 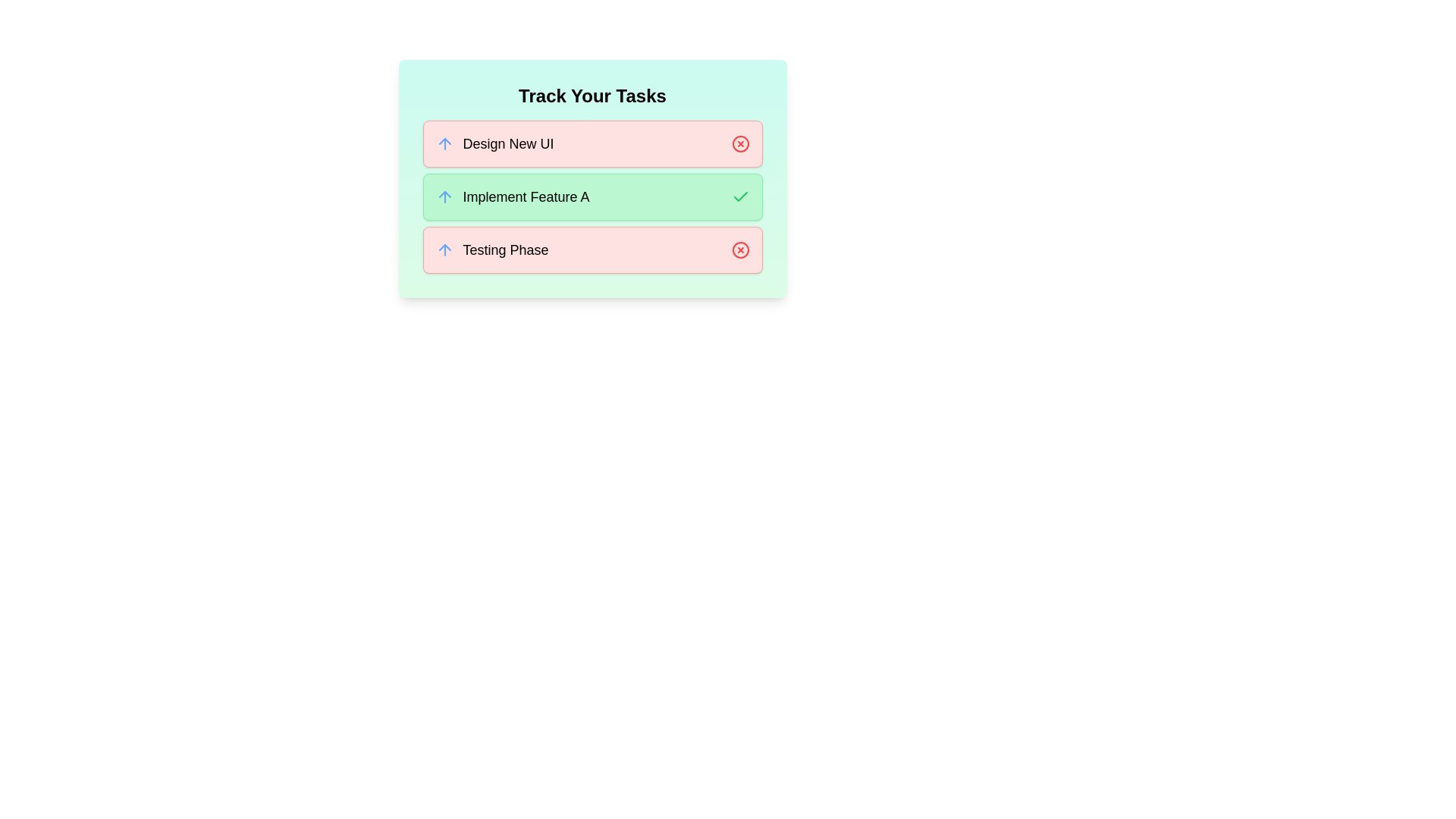 What do you see at coordinates (591, 143) in the screenshot?
I see `the task card corresponding to Design New UI to toggle its completion status` at bounding box center [591, 143].